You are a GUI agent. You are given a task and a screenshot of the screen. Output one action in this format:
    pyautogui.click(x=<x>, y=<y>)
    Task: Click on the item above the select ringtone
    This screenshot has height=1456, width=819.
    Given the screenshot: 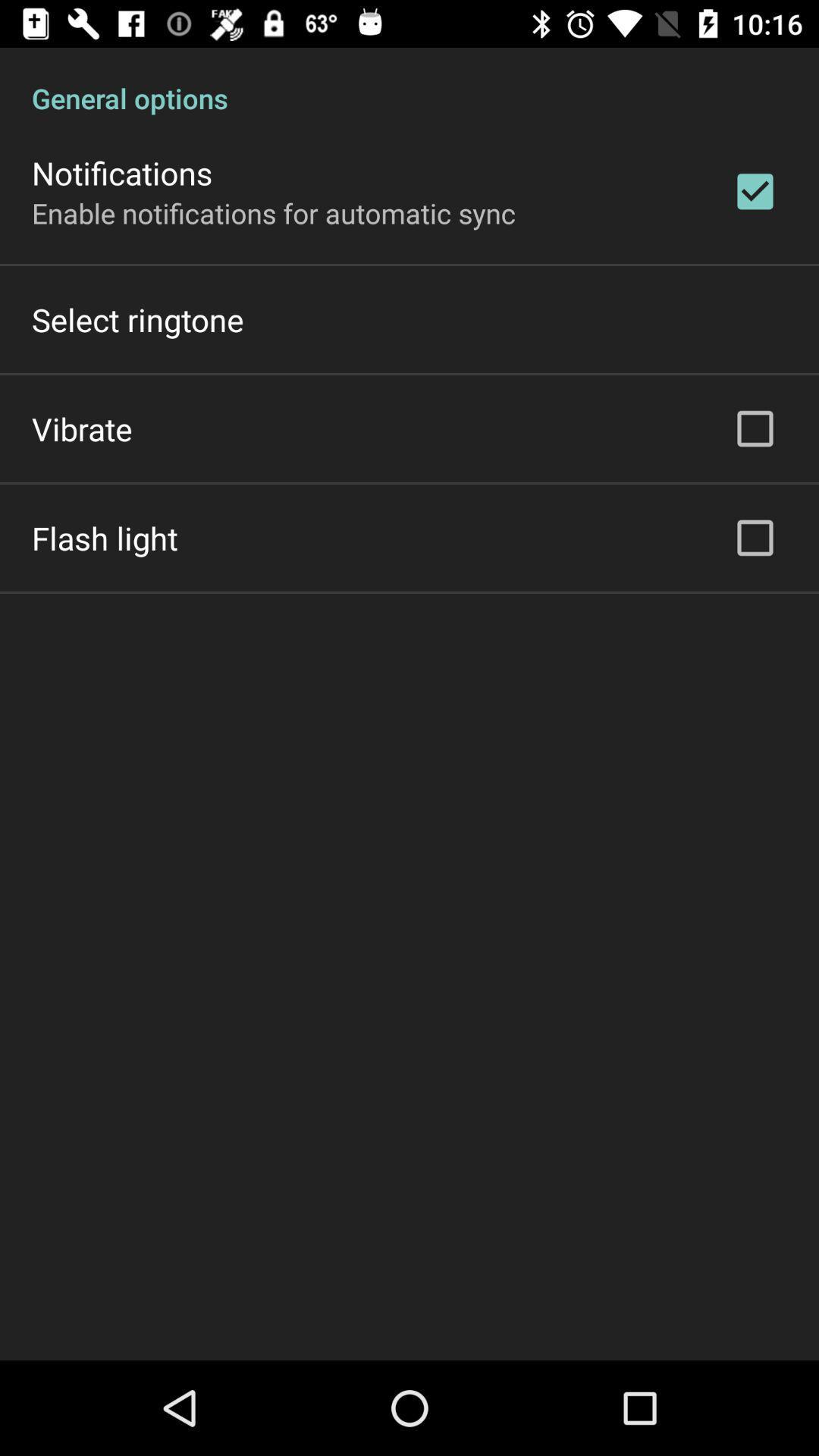 What is the action you would take?
    pyautogui.click(x=274, y=212)
    